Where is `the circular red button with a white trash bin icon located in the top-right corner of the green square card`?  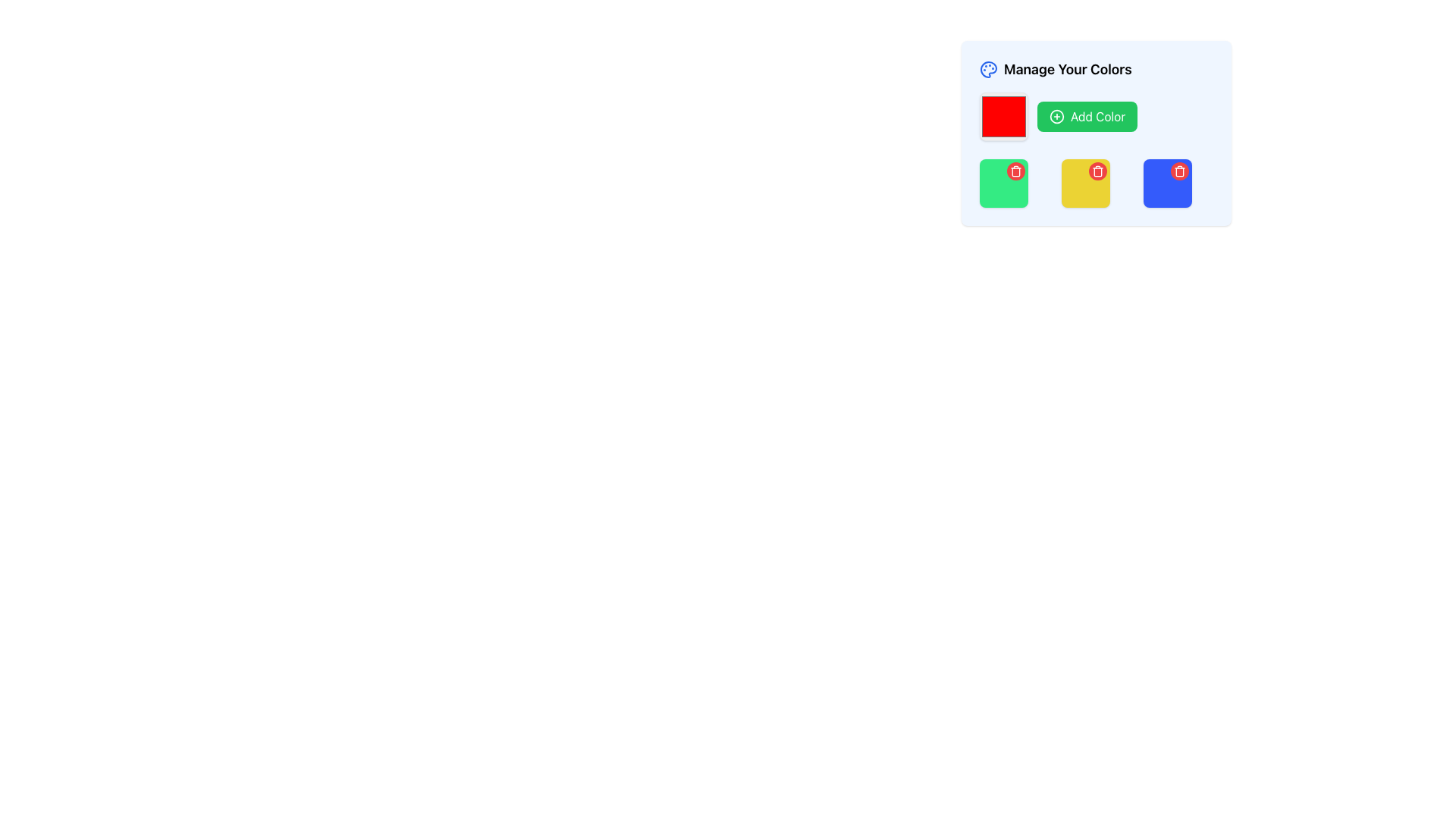 the circular red button with a white trash bin icon located in the top-right corner of the green square card is located at coordinates (1015, 171).